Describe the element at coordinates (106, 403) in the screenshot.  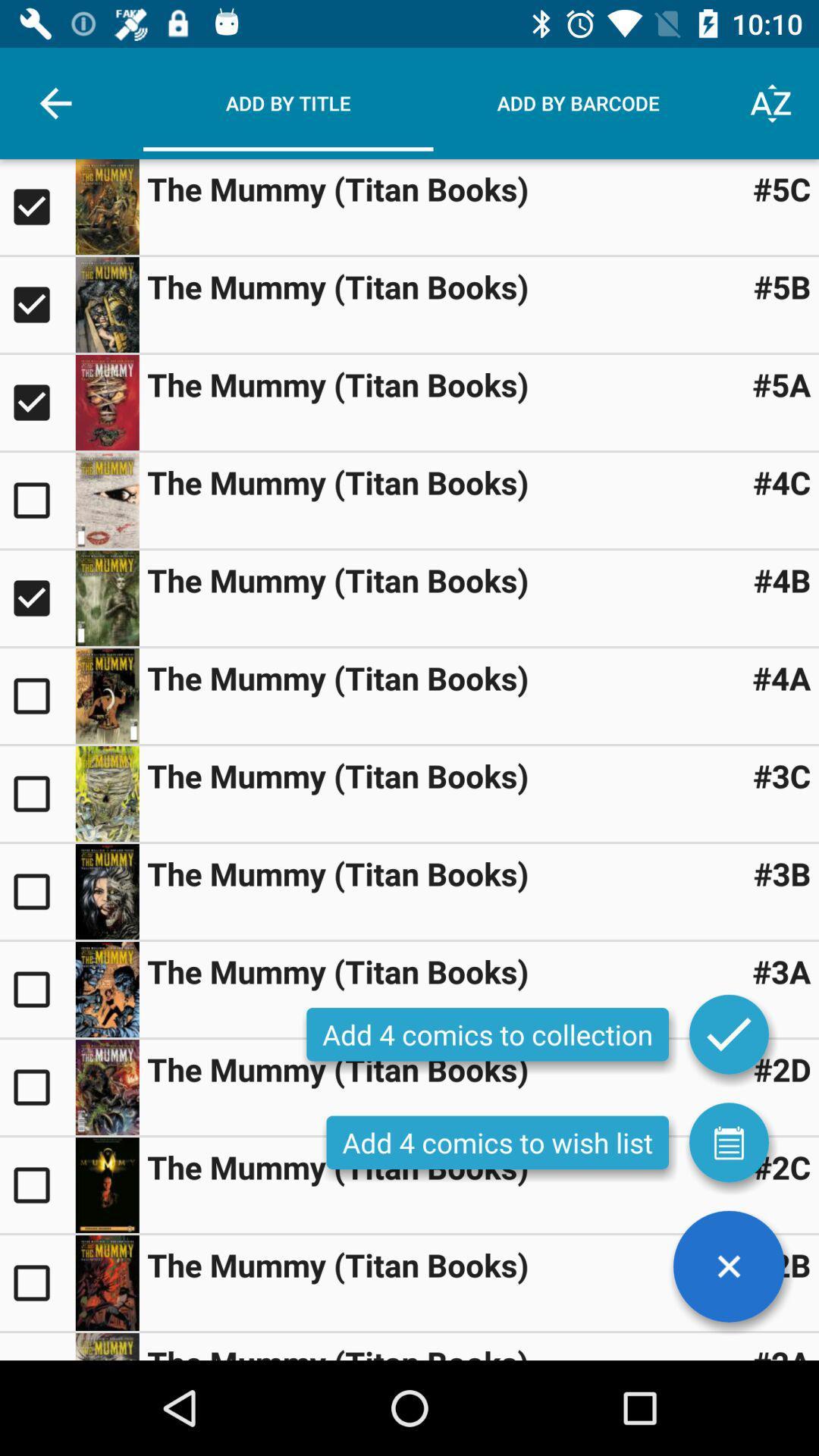
I see `pic this` at that location.